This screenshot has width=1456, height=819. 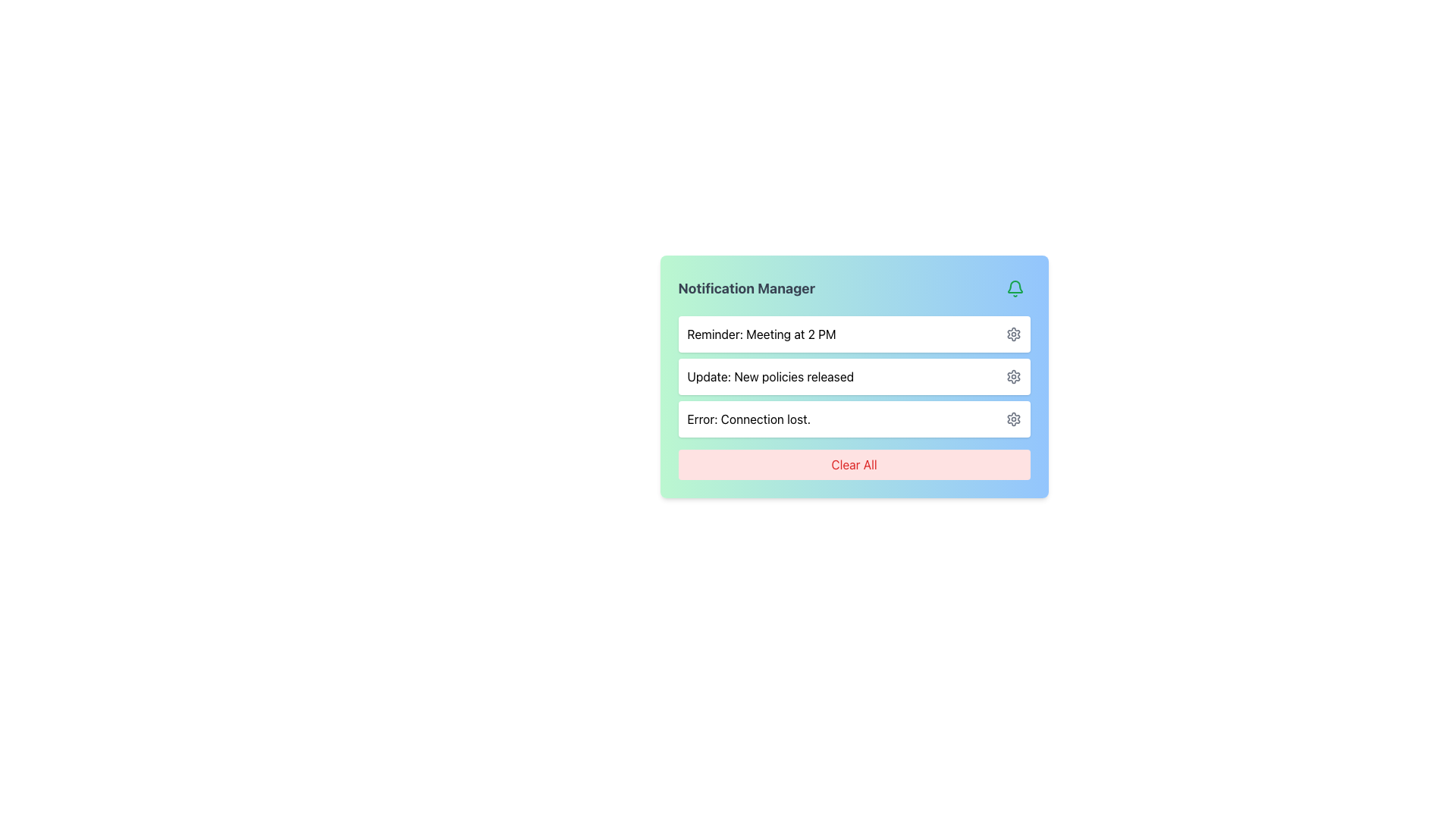 What do you see at coordinates (1013, 333) in the screenshot?
I see `the first gear-shaped icon associated with settings, located directly to the right of the 'Reminder: Meeting at 2 PM' text` at bounding box center [1013, 333].